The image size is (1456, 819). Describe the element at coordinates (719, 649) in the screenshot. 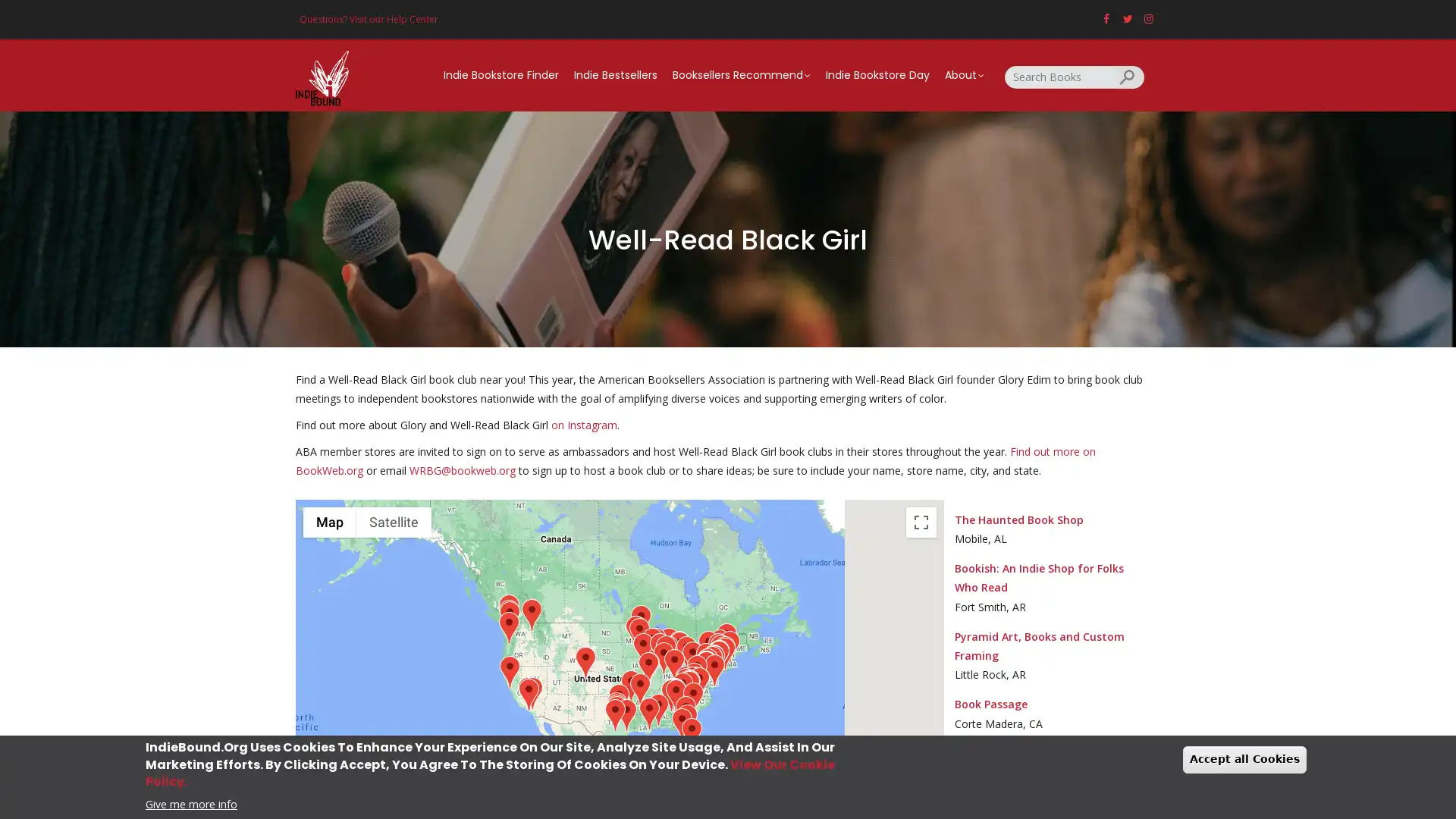

I see `Merritt Bookstore` at that location.